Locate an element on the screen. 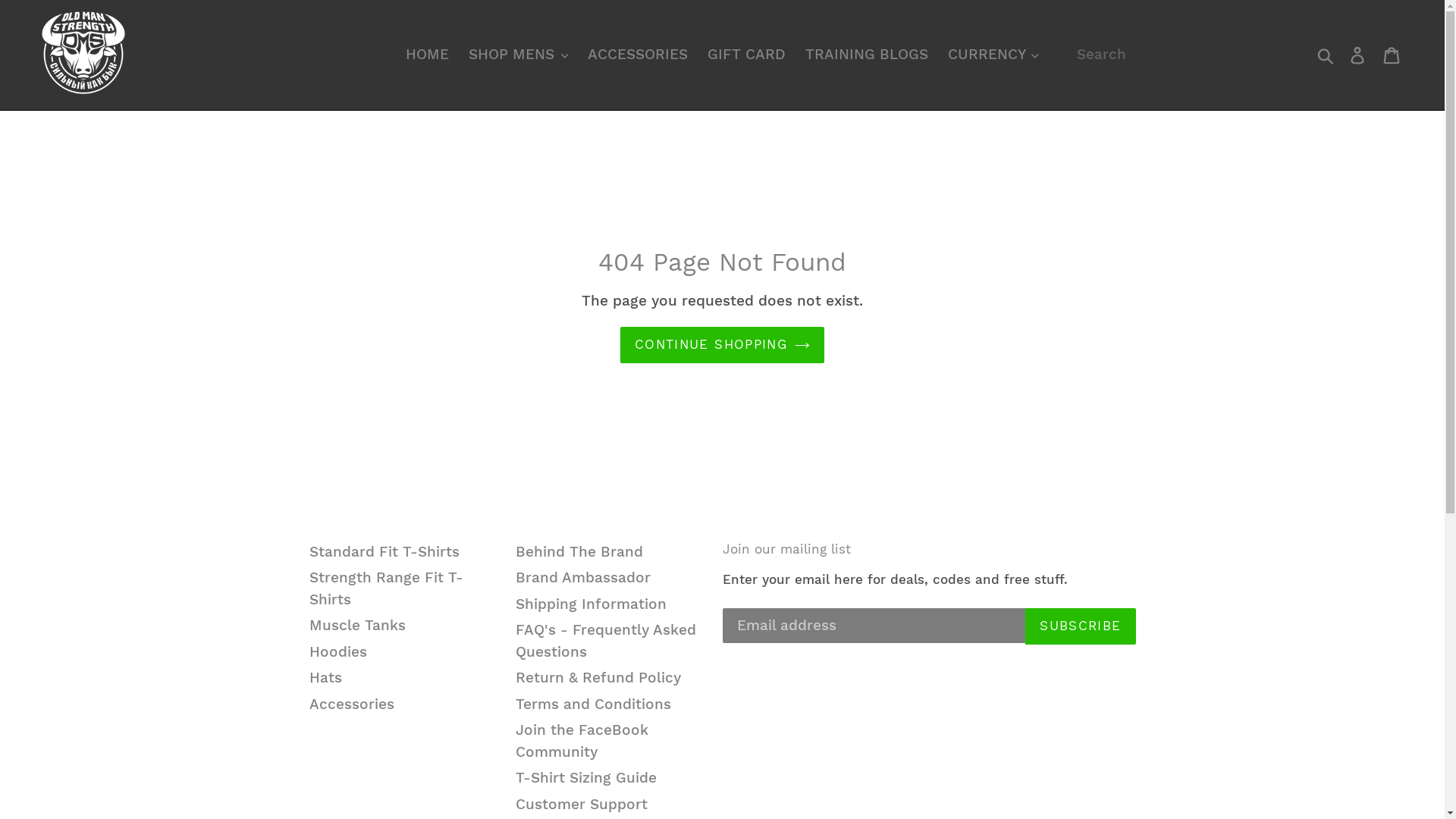 This screenshot has width=1456, height=819. 'T-Shirt Sizing Guide' is located at coordinates (585, 777).